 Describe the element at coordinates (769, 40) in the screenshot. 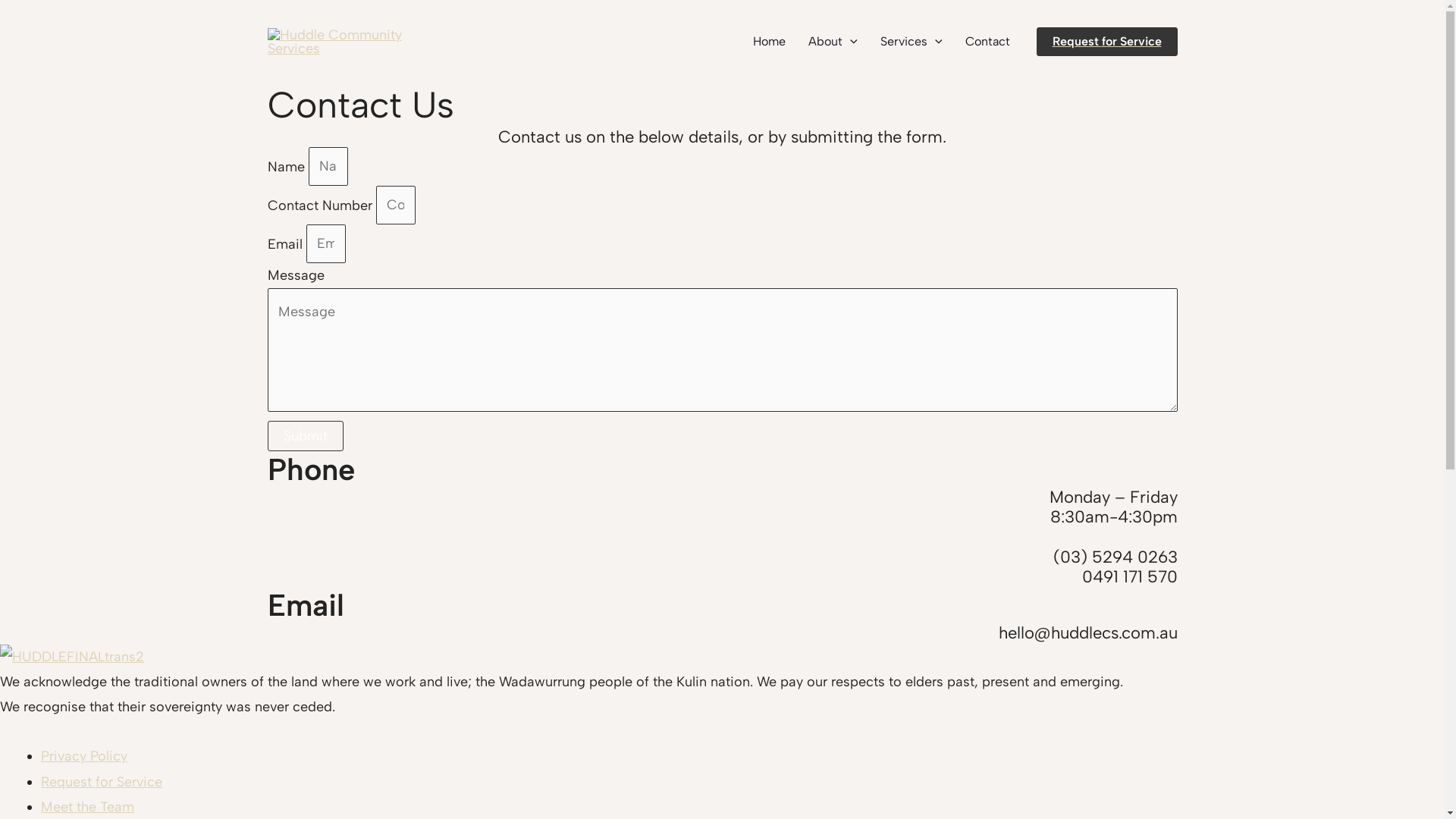

I see `'Home'` at that location.